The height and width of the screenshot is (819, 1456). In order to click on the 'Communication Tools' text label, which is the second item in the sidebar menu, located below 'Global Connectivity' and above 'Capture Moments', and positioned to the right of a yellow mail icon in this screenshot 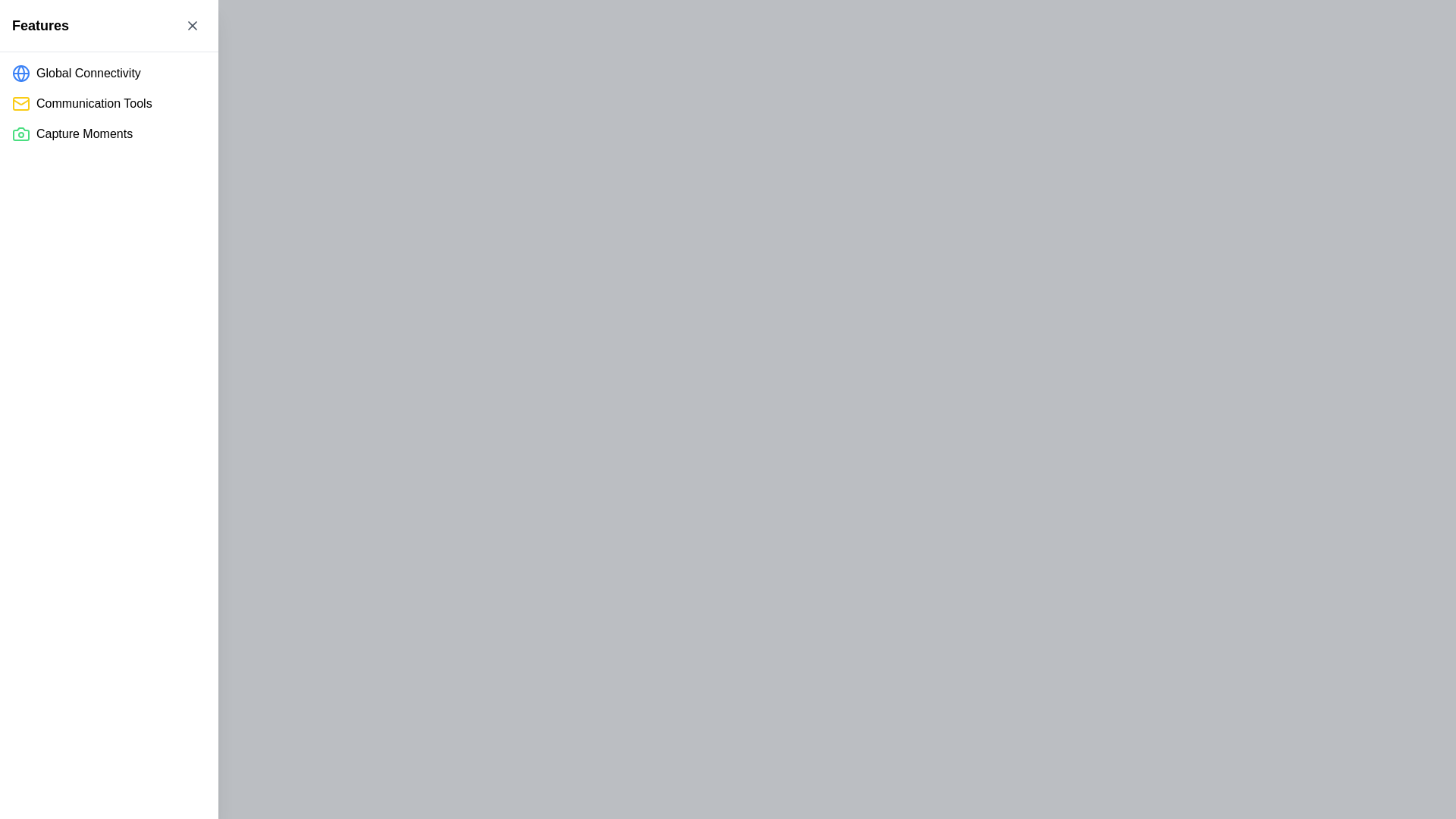, I will do `click(93, 103)`.